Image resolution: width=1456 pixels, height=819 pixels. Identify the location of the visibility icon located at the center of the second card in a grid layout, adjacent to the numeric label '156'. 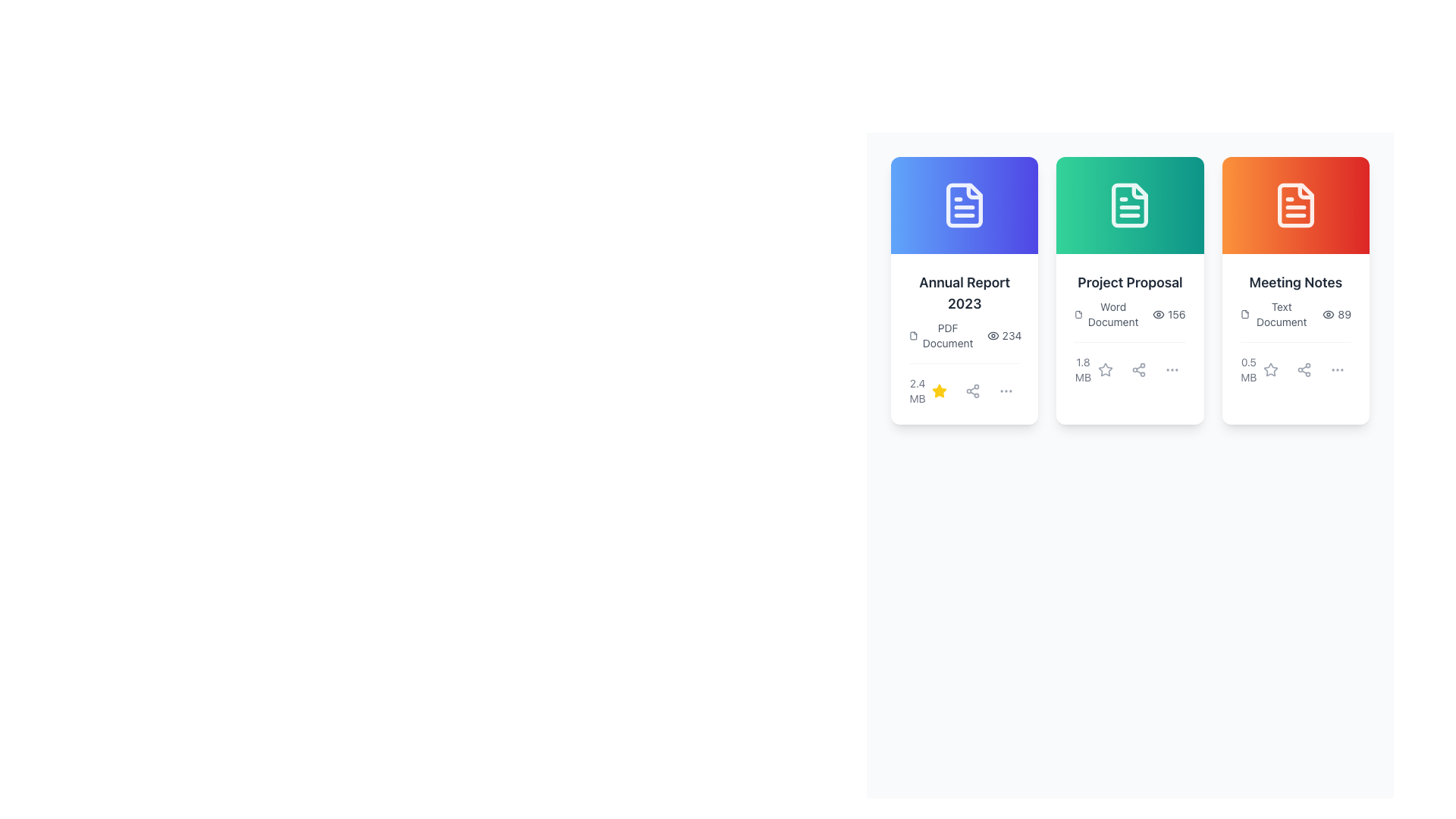
(1157, 314).